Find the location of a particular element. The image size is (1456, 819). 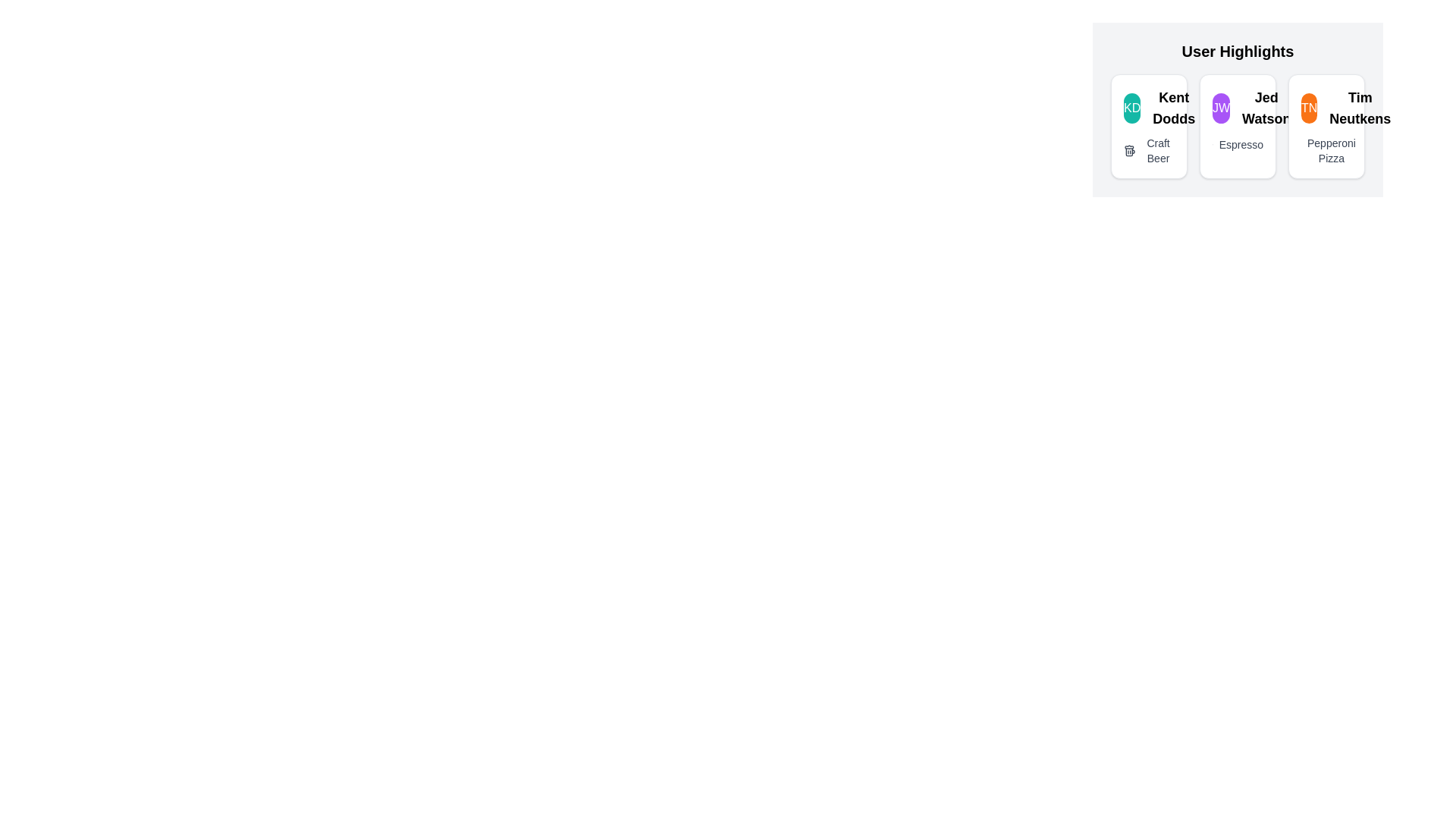

the middle card of the 'User Highlights' panel, which features the initials badge 'JW', name 'Jed Watson', and description 'Espresso' is located at coordinates (1238, 109).